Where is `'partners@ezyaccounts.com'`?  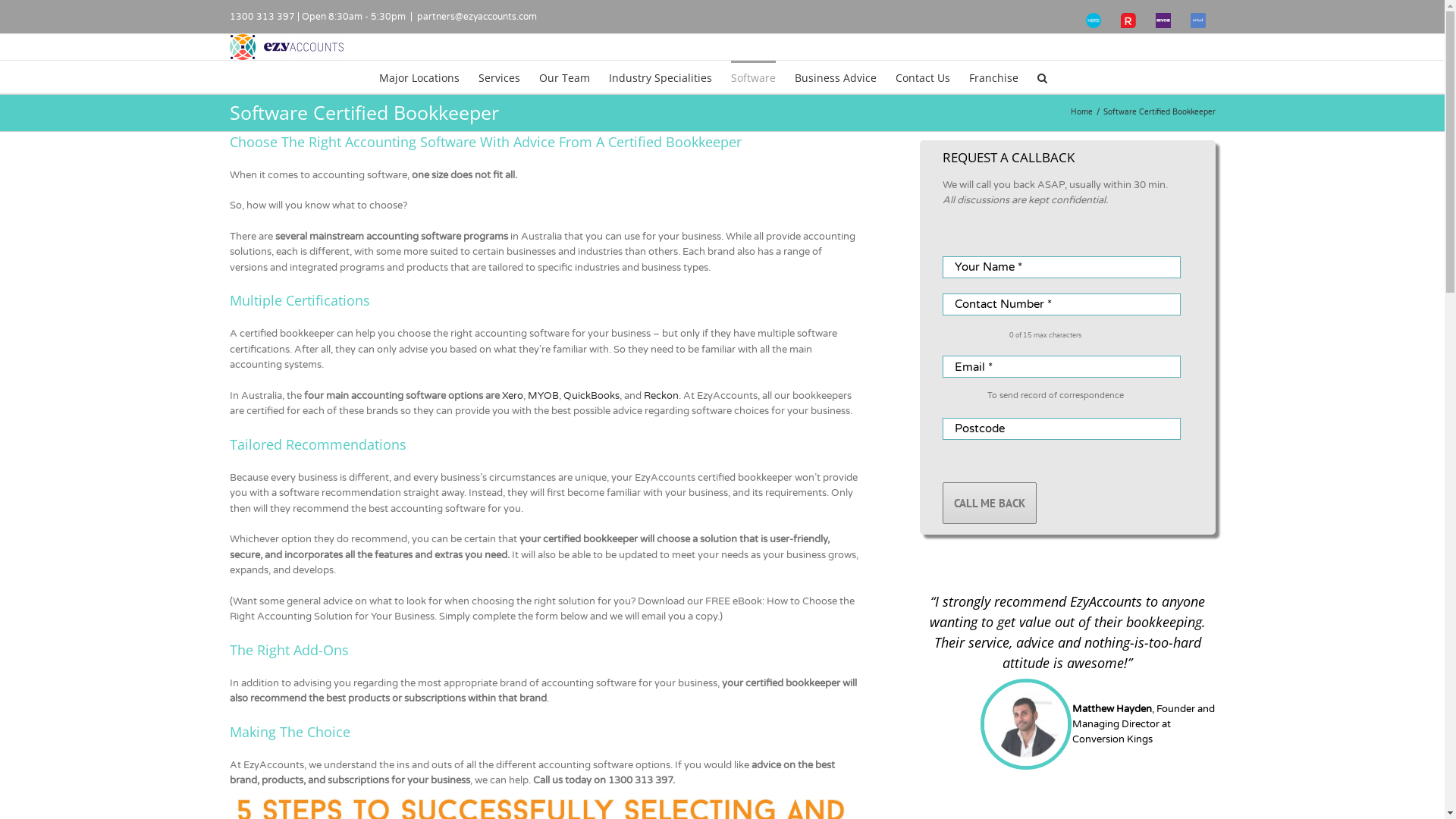 'partners@ezyaccounts.com' is located at coordinates (475, 17).